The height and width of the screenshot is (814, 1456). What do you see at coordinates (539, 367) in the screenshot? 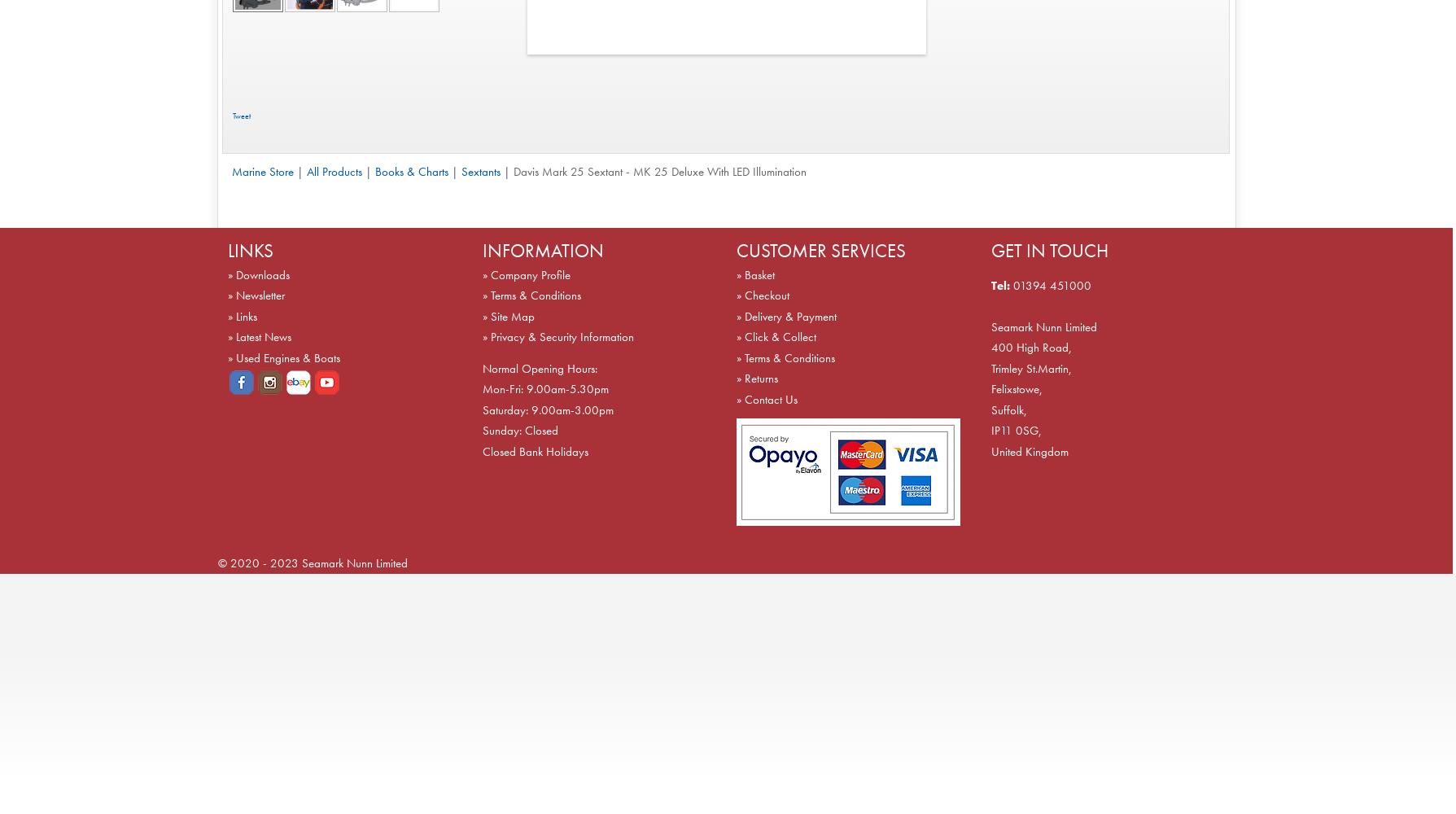
I see `'Normal Opening Hours:'` at bounding box center [539, 367].